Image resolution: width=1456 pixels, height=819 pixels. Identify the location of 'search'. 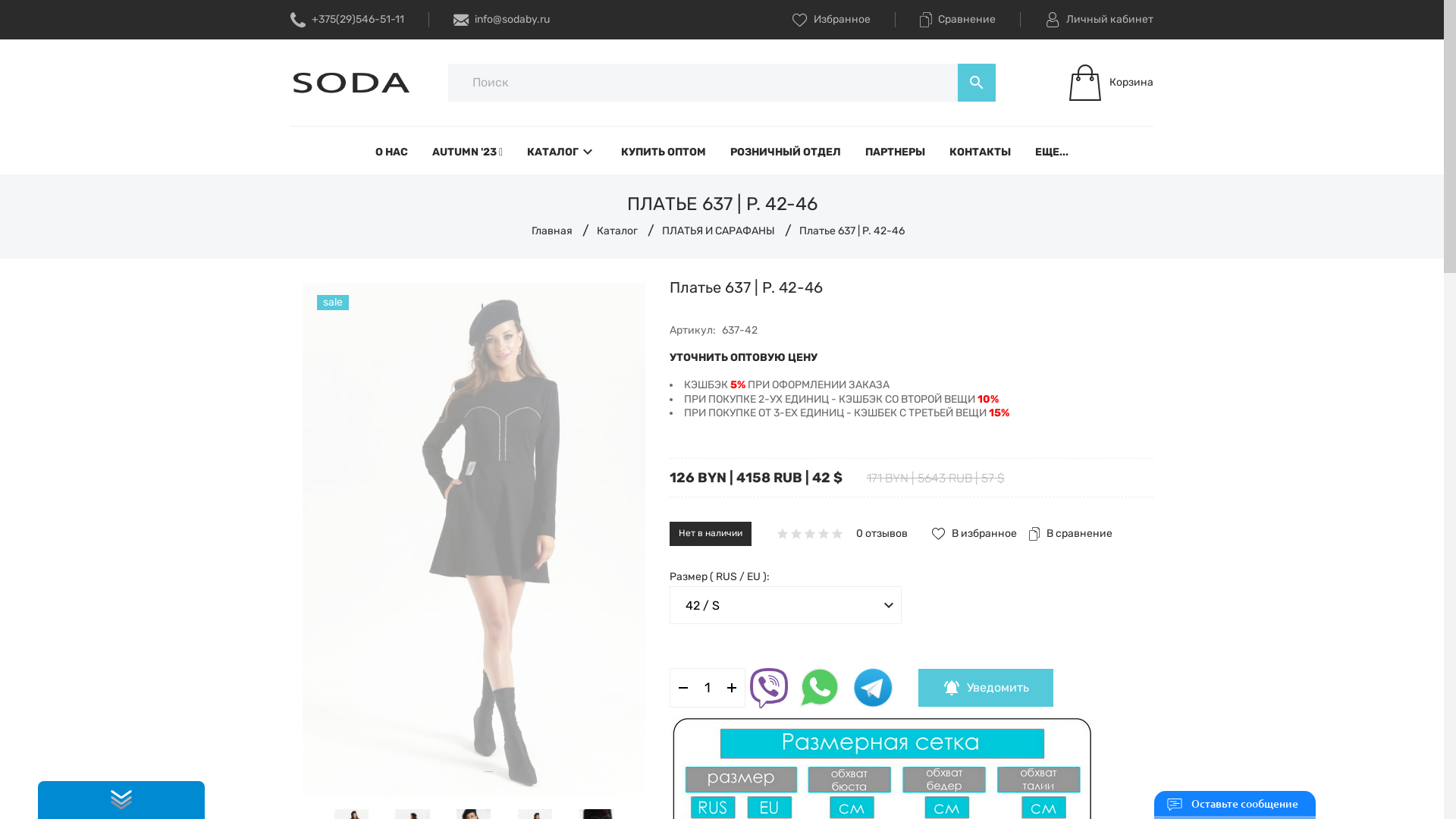
(976, 82).